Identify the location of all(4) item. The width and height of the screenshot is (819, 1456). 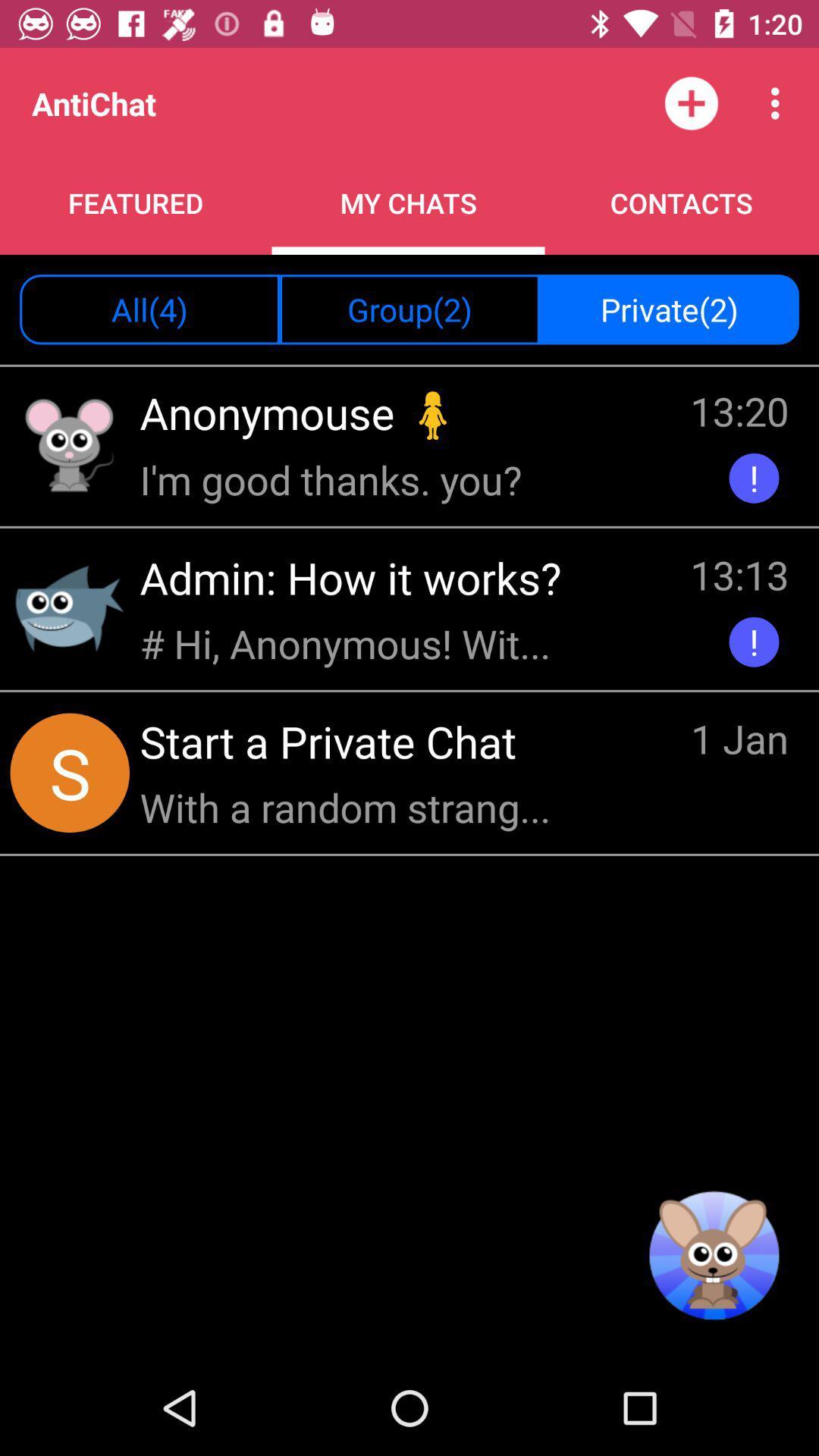
(149, 309).